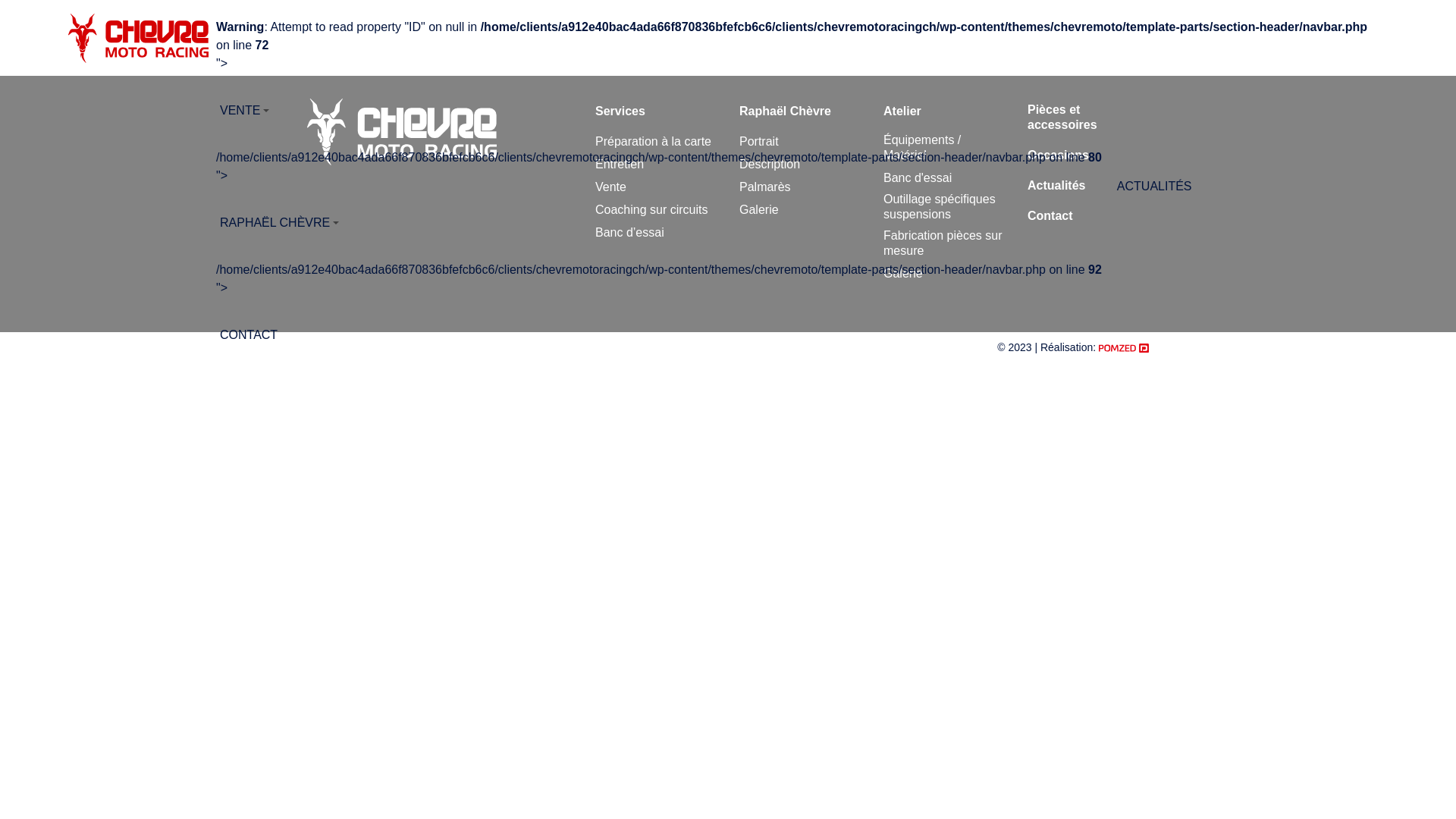  What do you see at coordinates (595, 110) in the screenshot?
I see `'Services'` at bounding box center [595, 110].